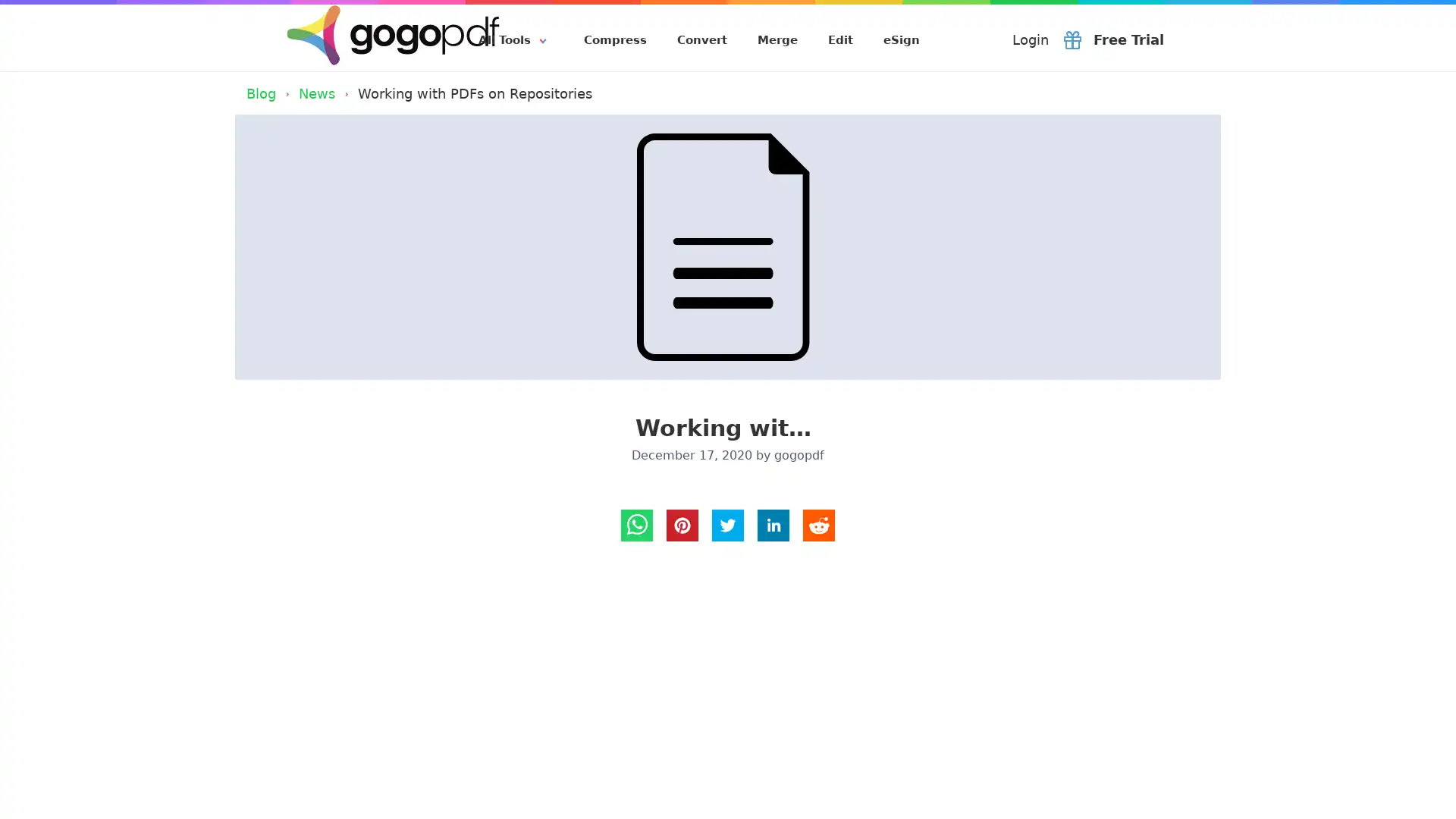  I want to click on Reddit, so click(818, 525).